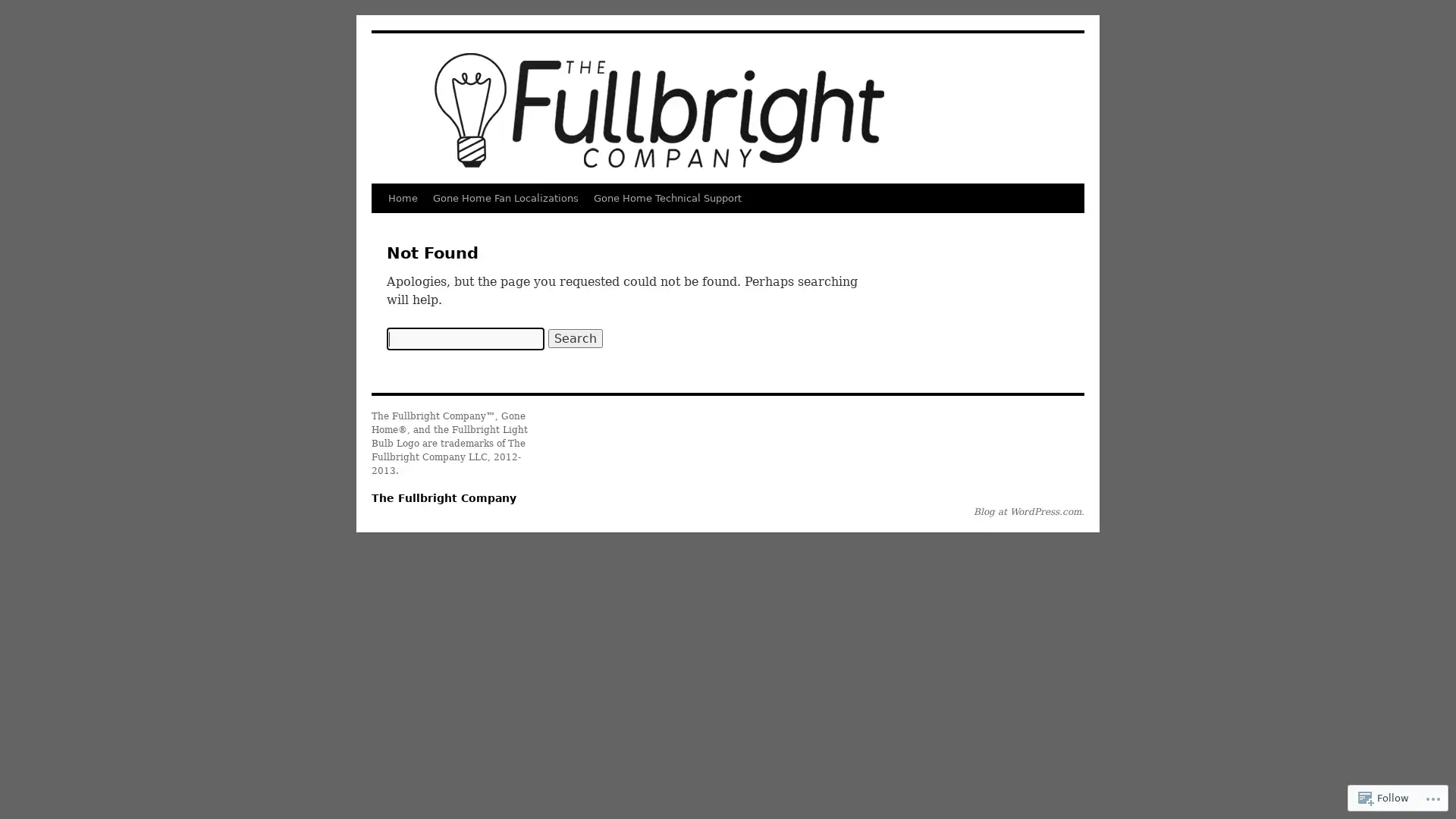  I want to click on Search, so click(574, 337).